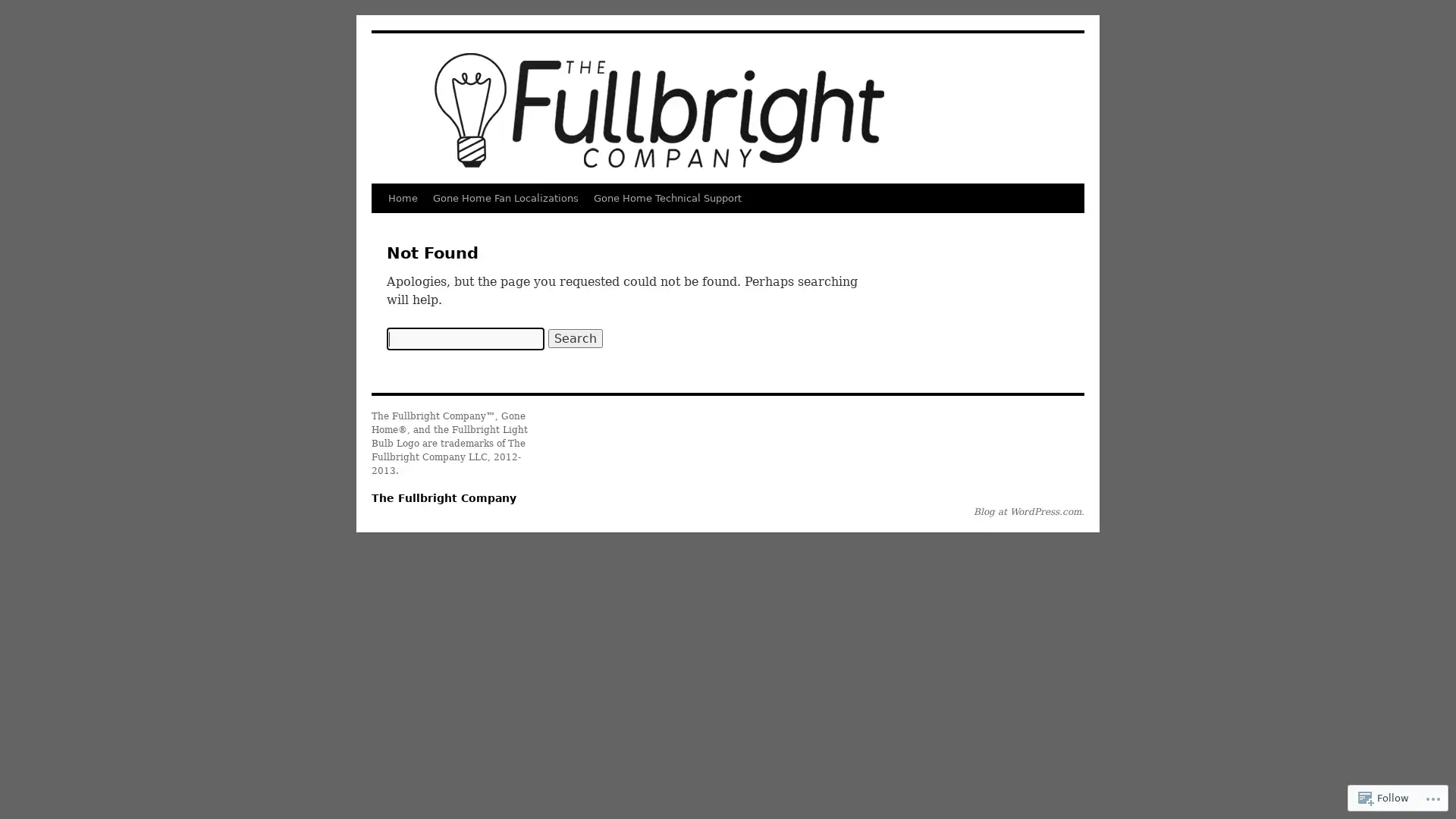  I want to click on Search, so click(574, 337).